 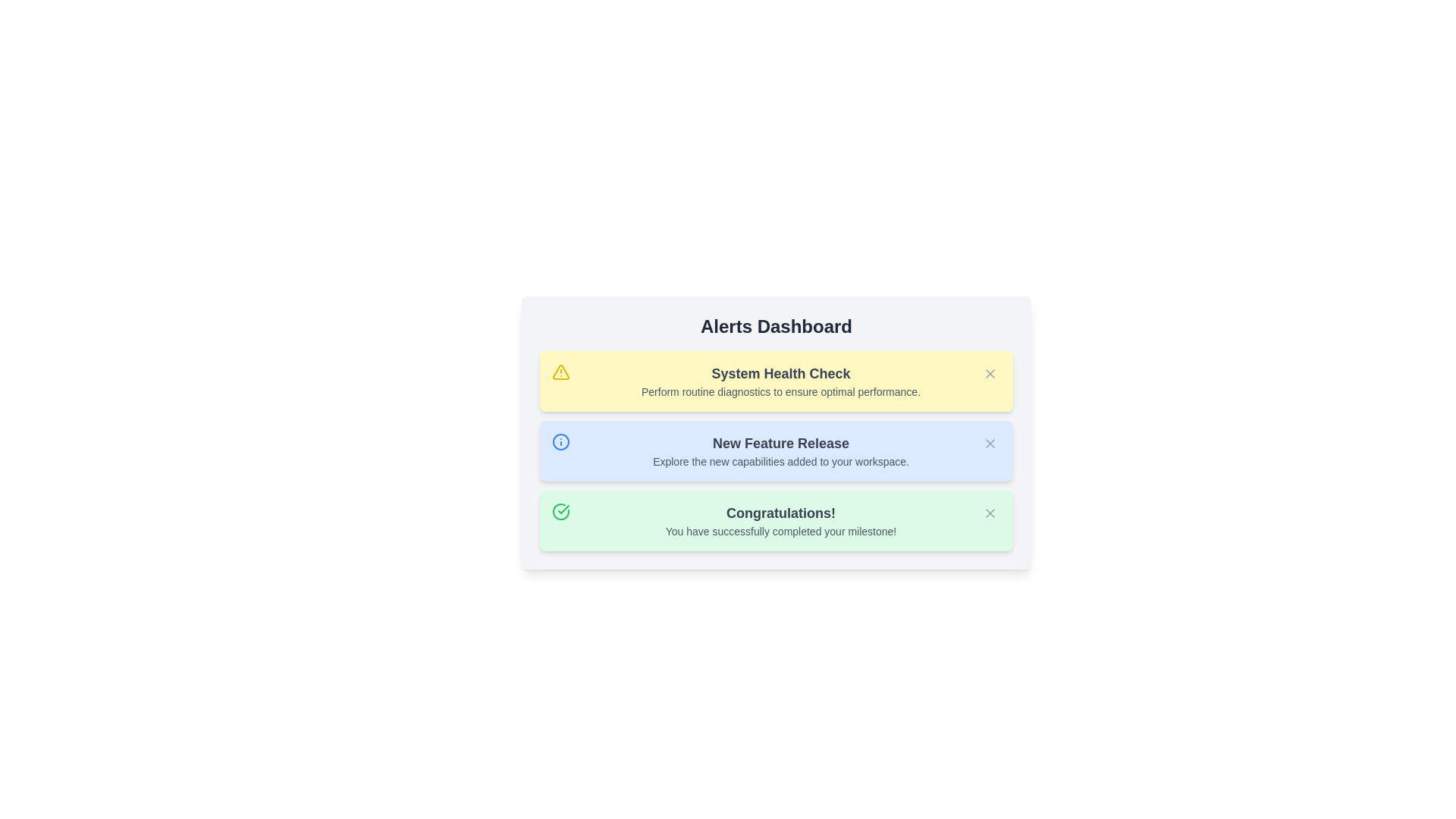 I want to click on the alert icon for Congratulations! to interact with it, so click(x=560, y=512).